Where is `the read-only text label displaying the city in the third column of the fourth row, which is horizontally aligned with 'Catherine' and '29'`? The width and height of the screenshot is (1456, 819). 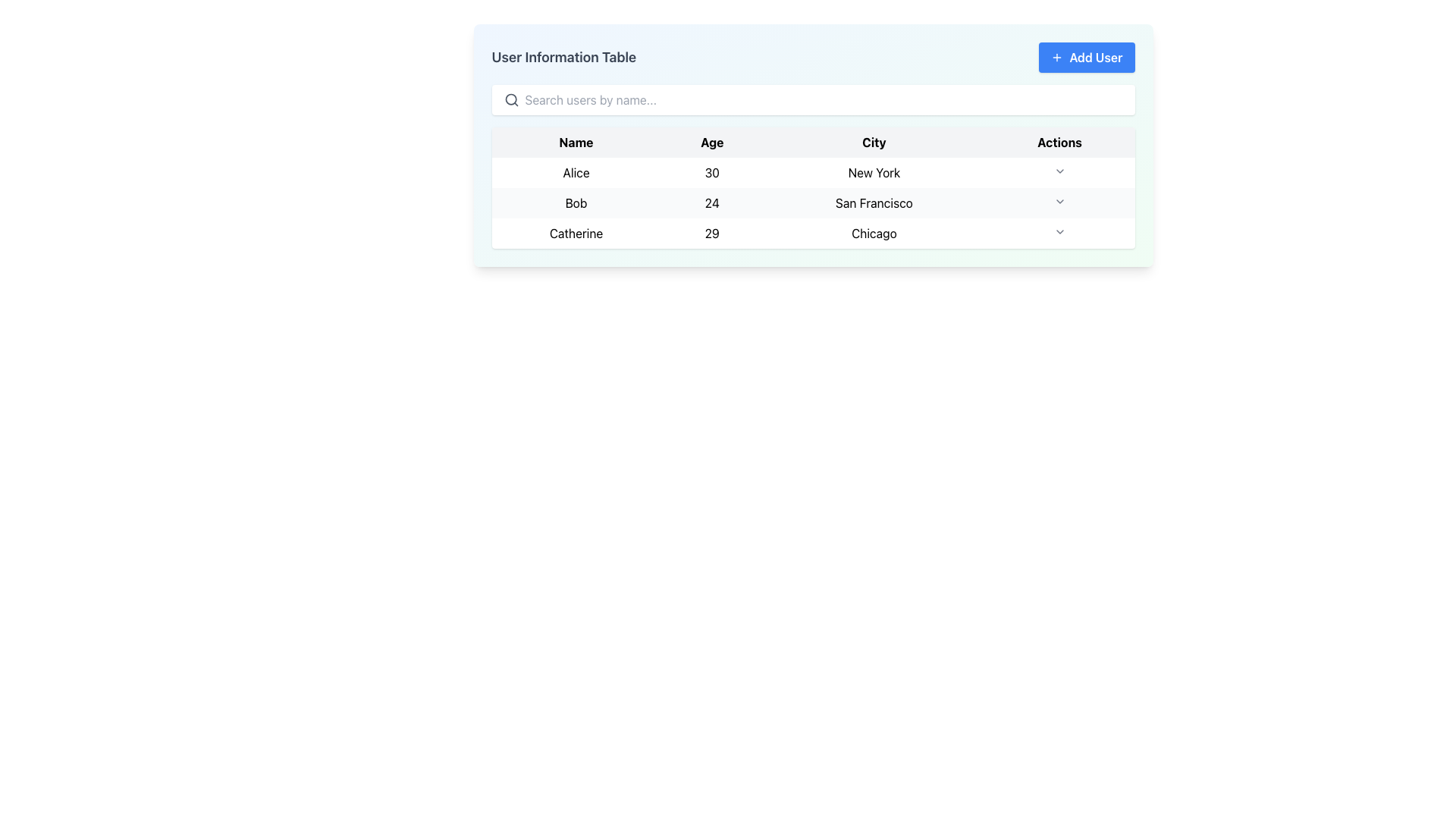 the read-only text label displaying the city in the third column of the fourth row, which is horizontally aligned with 'Catherine' and '29' is located at coordinates (874, 234).